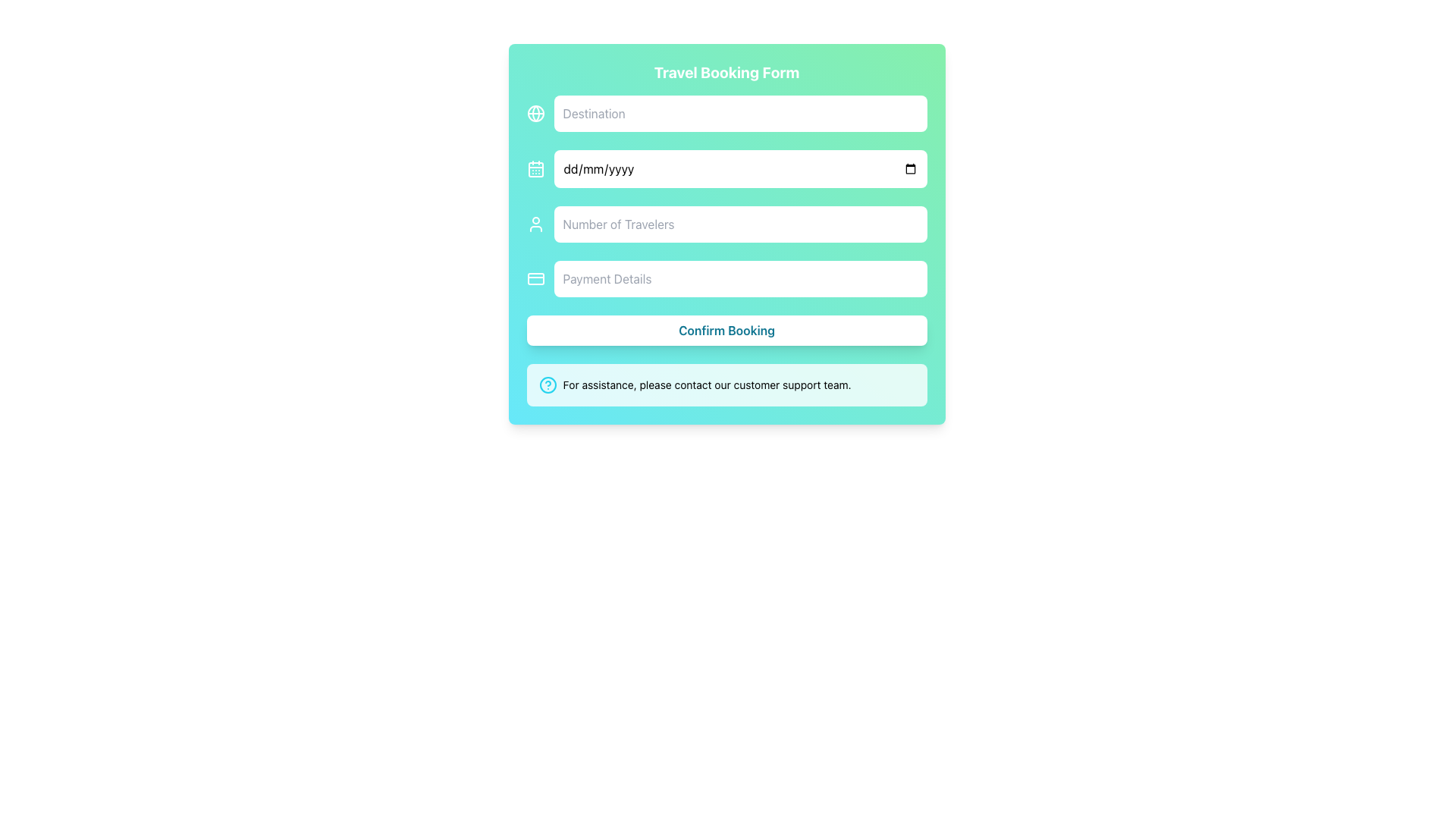 This screenshot has height=819, width=1456. I want to click on the informational note element that advises users to contact customer support, located near the bottom of the form layout, after the input fields and 'Confirm Booking' button, so click(706, 384).